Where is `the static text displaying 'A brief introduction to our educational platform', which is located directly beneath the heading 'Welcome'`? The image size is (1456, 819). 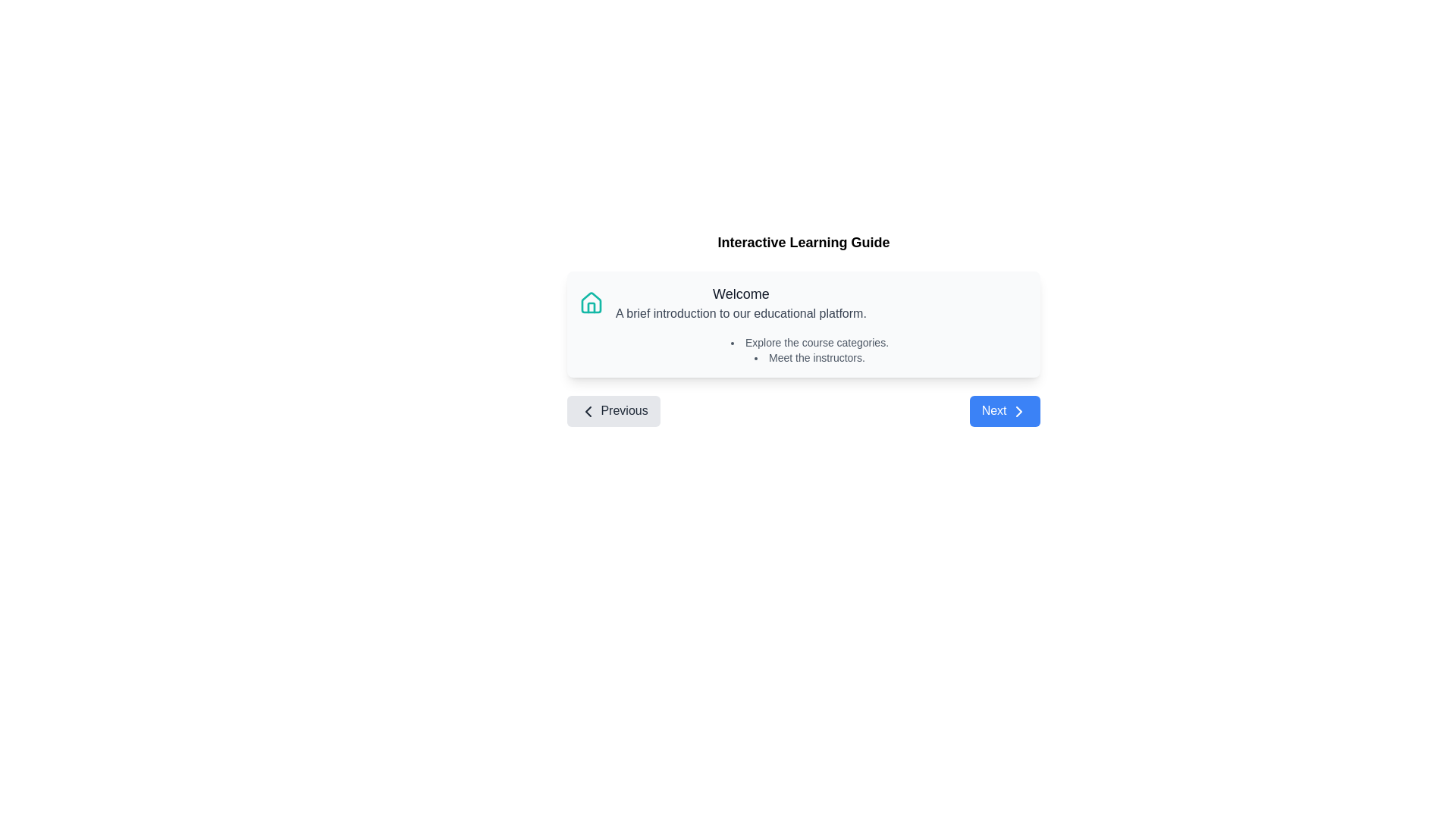 the static text displaying 'A brief introduction to our educational platform', which is located directly beneath the heading 'Welcome' is located at coordinates (741, 312).